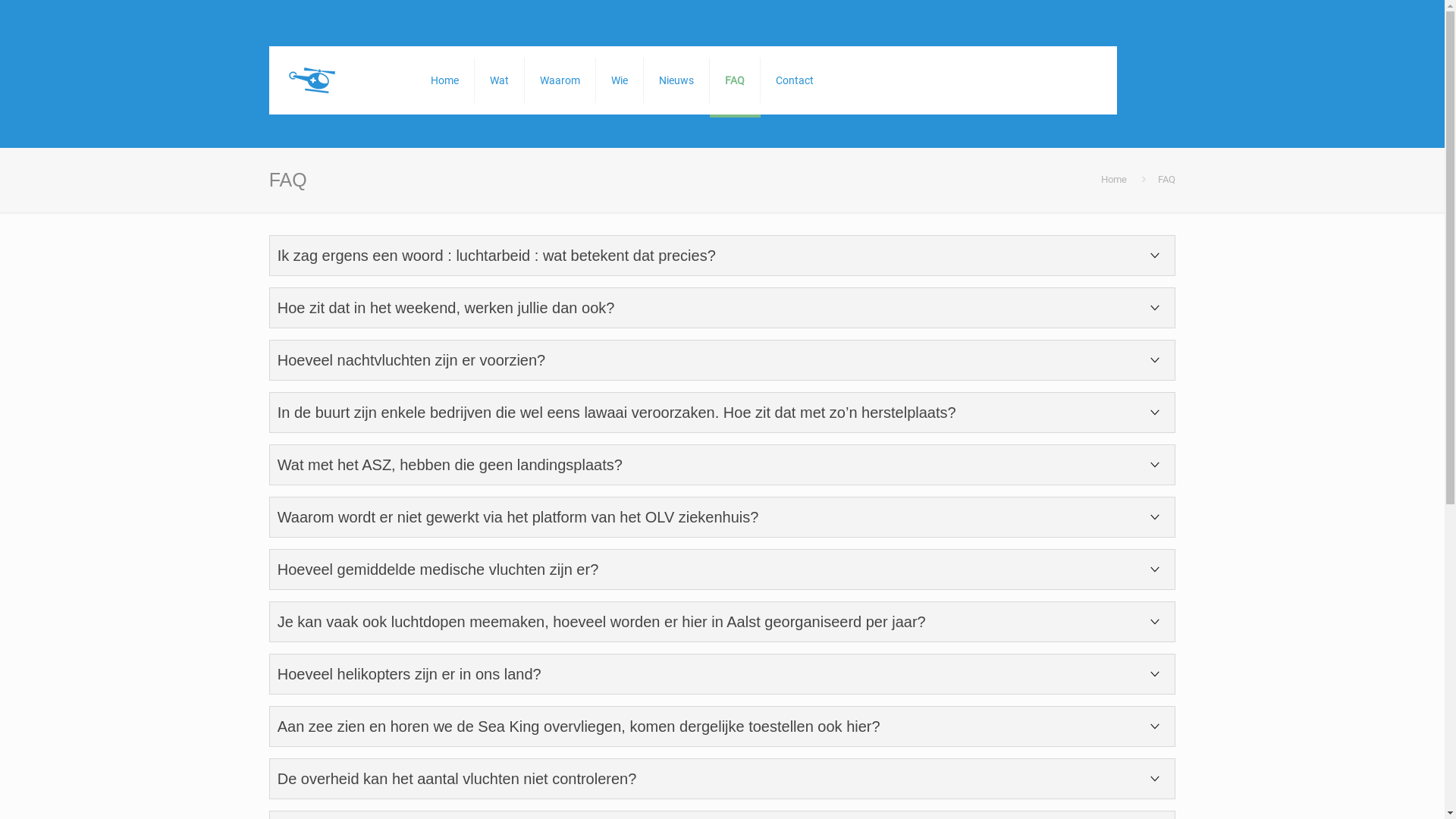  Describe the element at coordinates (1100, 178) in the screenshot. I see `'Home'` at that location.